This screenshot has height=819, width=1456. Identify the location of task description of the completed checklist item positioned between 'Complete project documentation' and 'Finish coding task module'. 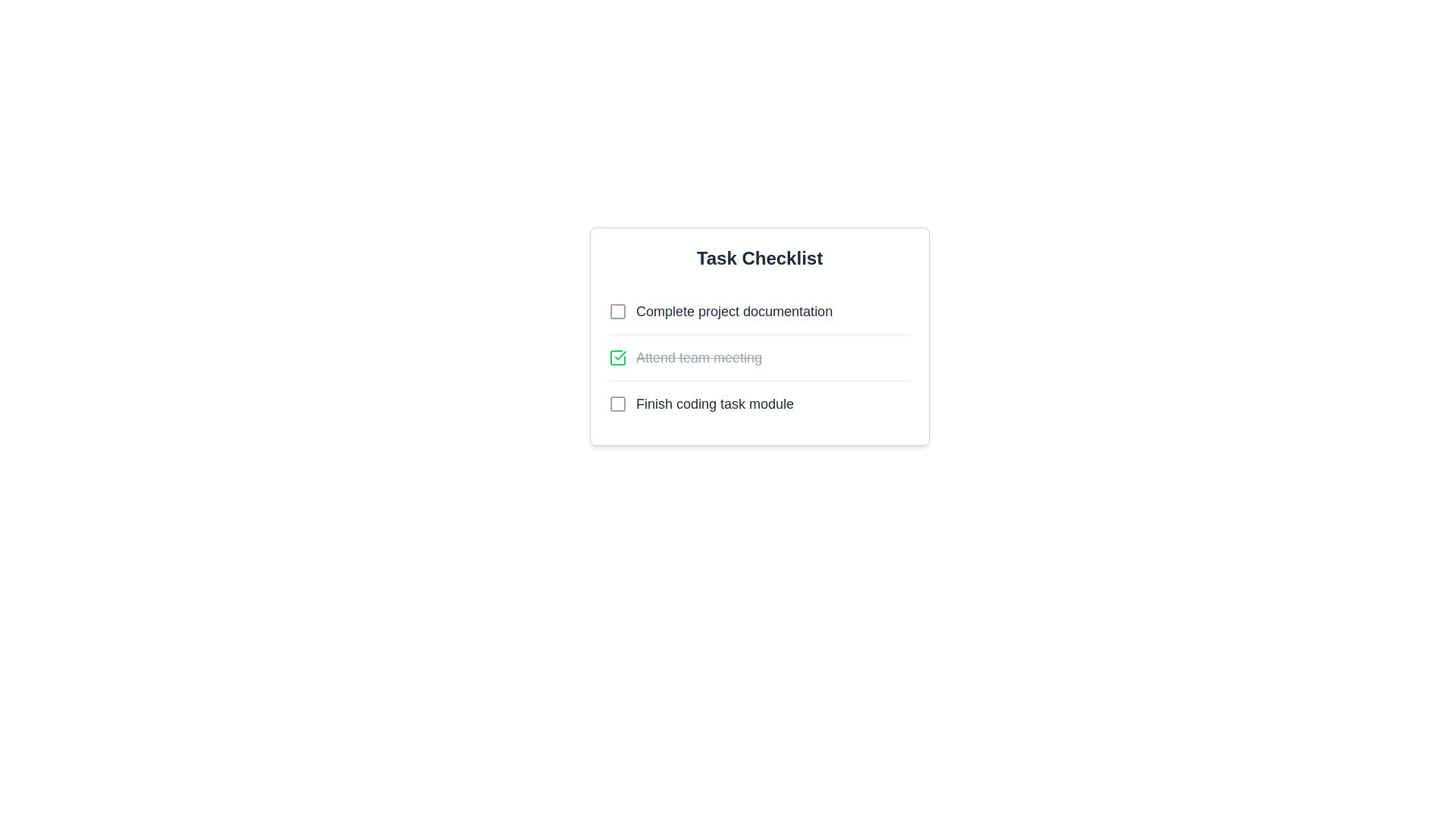
(760, 357).